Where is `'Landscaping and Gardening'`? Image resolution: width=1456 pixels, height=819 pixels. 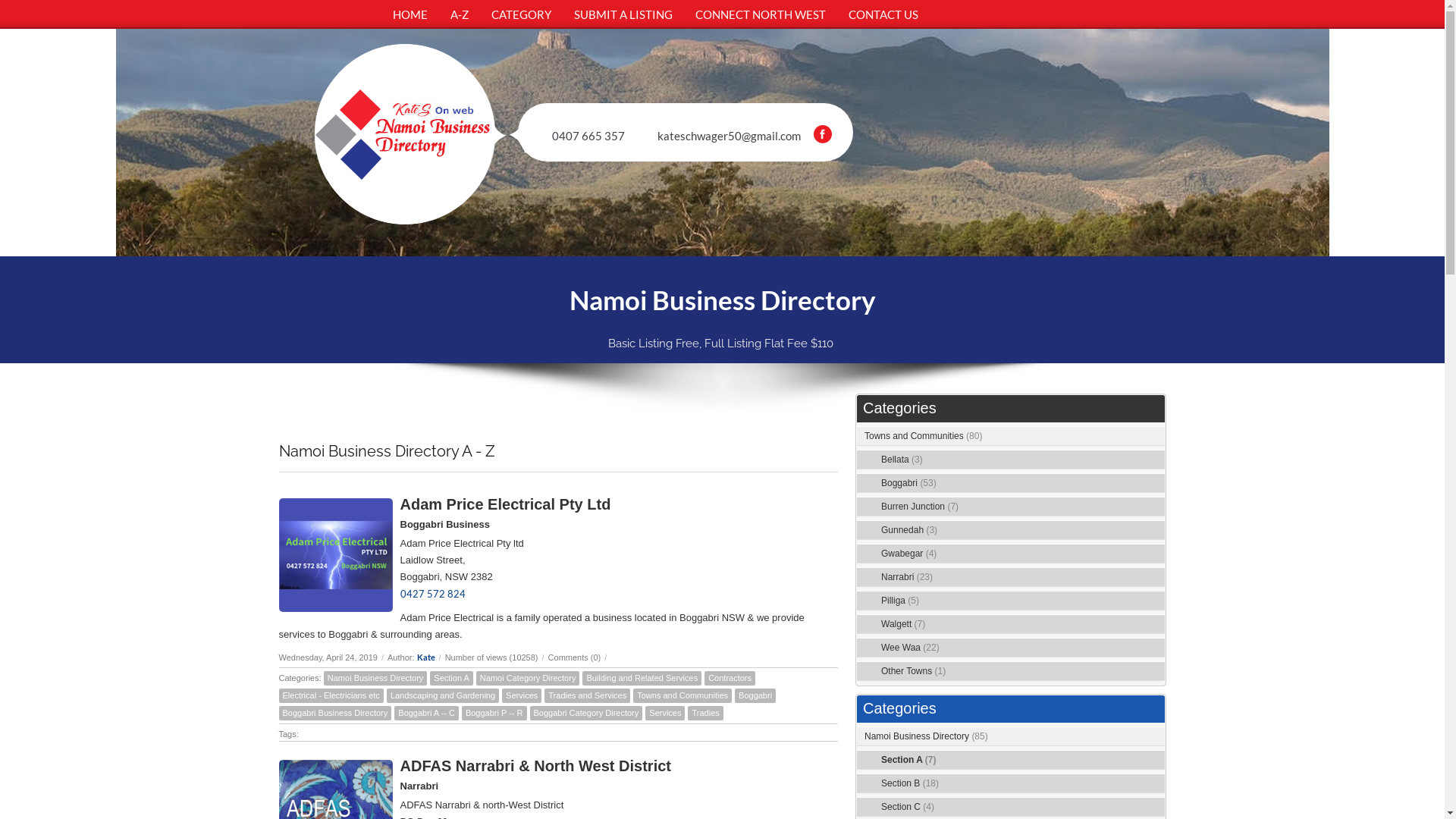 'Landscaping and Gardening' is located at coordinates (442, 695).